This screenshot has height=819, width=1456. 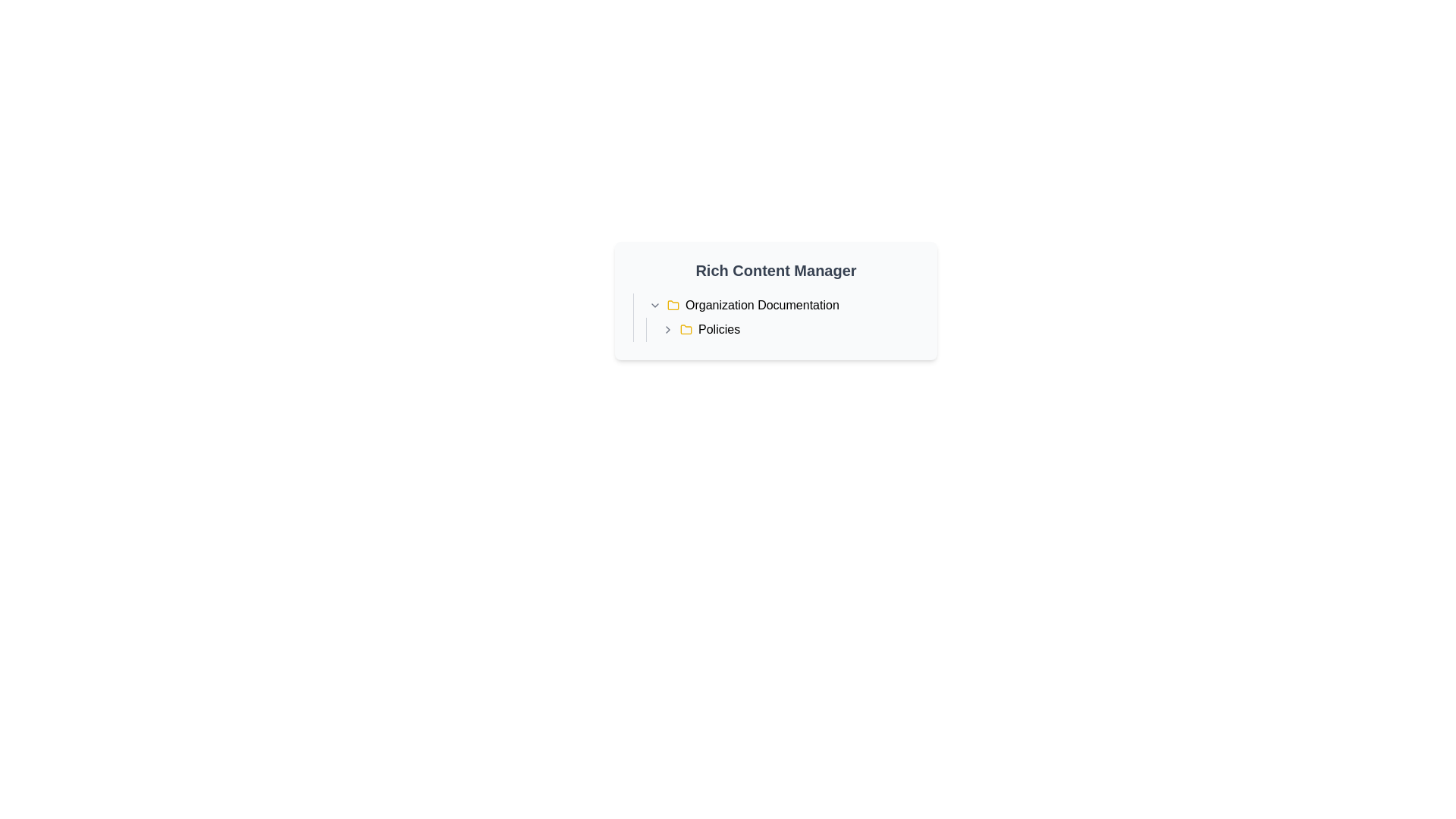 I want to click on the label for 'Organization Documentation', so click(x=762, y=305).